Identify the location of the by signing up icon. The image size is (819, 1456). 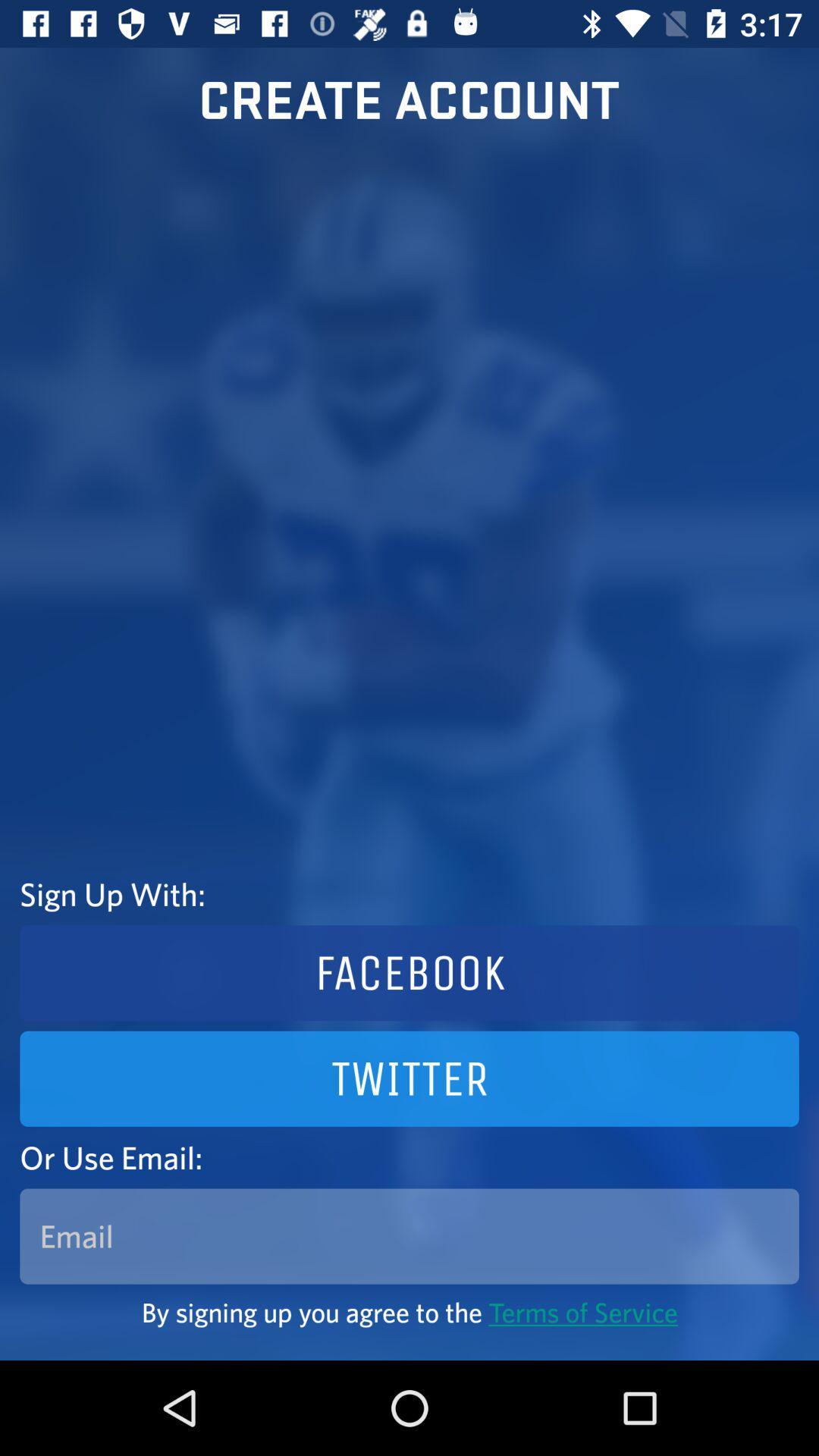
(409, 1311).